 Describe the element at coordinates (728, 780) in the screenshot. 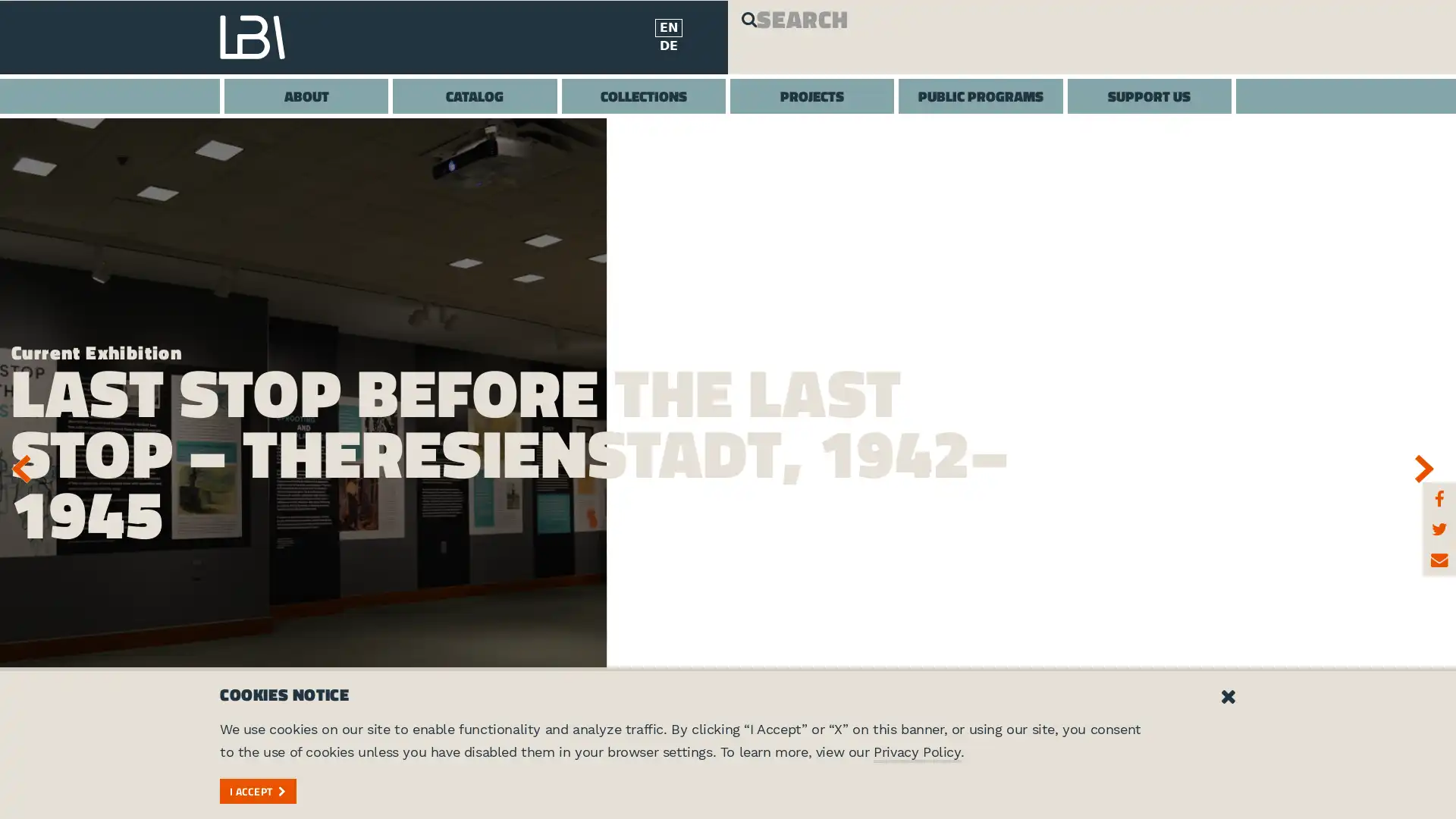

I see `Scroll to the next block` at that location.